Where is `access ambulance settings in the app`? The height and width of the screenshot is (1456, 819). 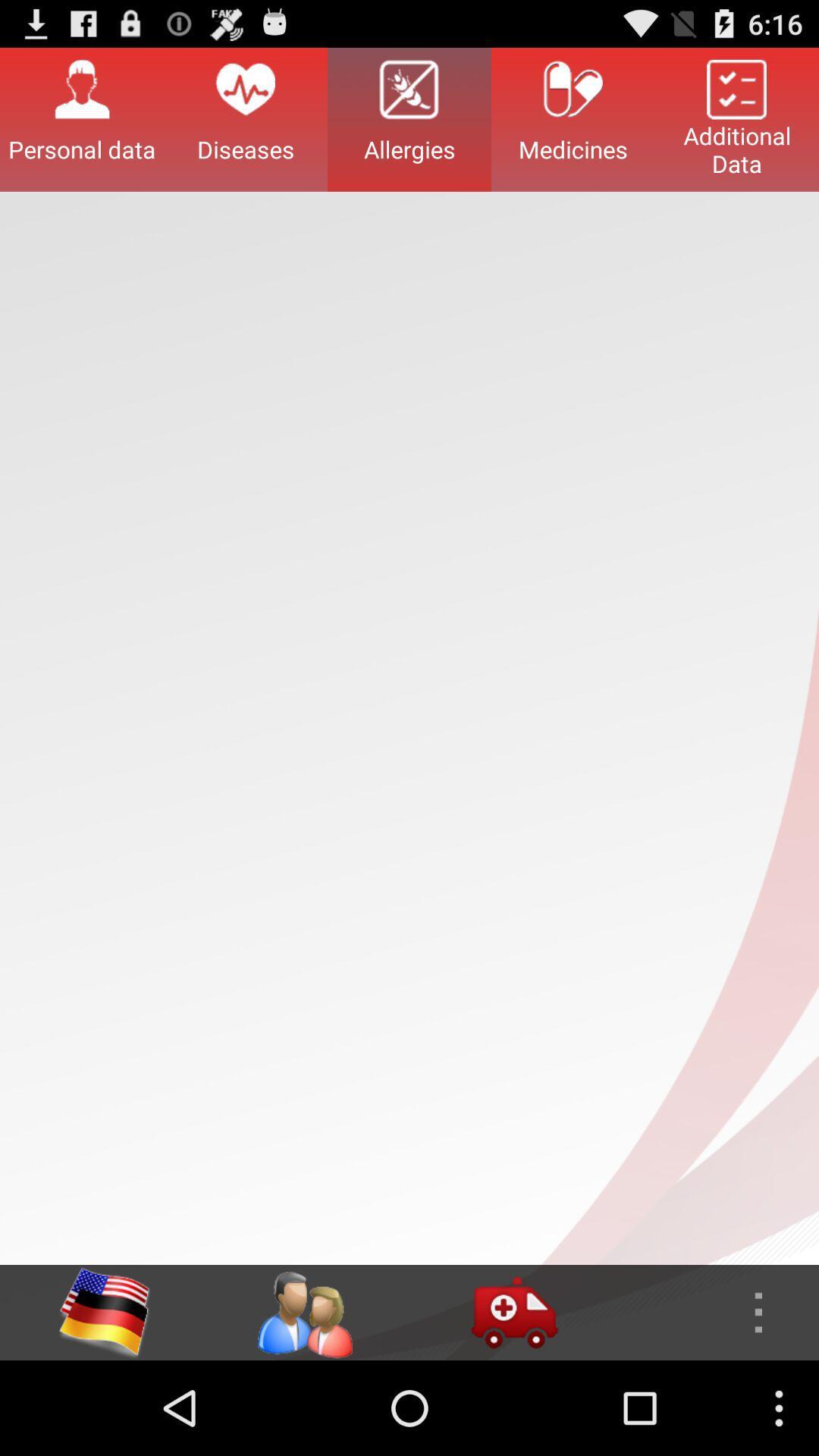 access ambulance settings in the app is located at coordinates (513, 1312).